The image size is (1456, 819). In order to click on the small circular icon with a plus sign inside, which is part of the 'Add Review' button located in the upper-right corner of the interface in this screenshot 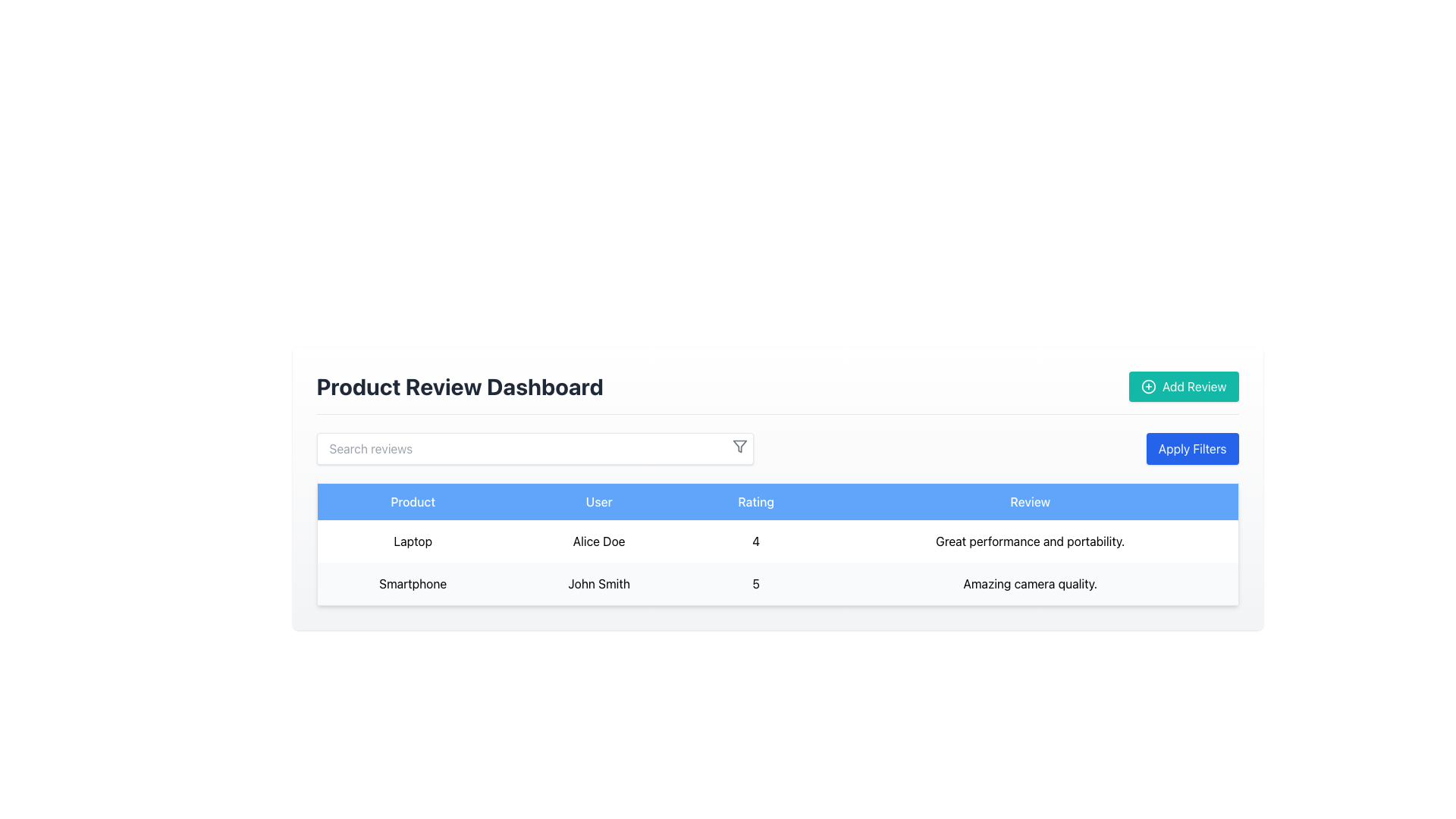, I will do `click(1148, 385)`.